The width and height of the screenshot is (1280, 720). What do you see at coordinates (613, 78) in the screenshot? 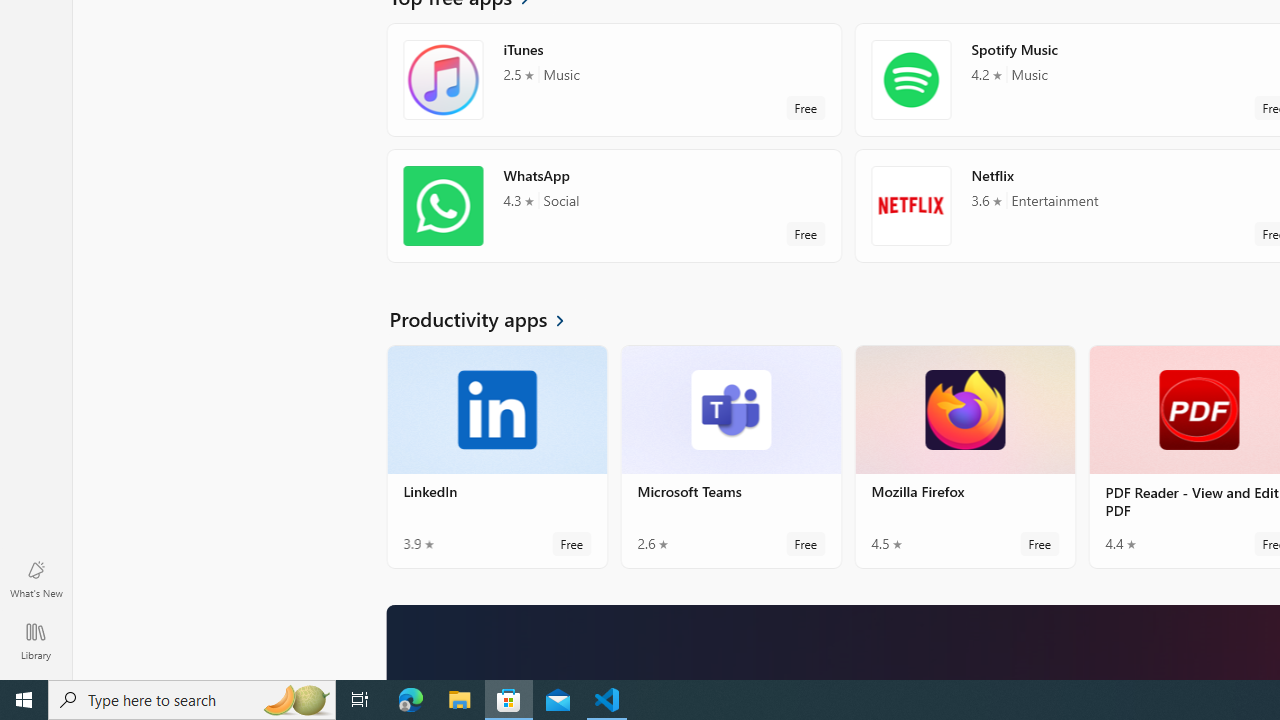
I see `'iTunes. Average rating of 2.5 out of five stars. Free  '` at bounding box center [613, 78].